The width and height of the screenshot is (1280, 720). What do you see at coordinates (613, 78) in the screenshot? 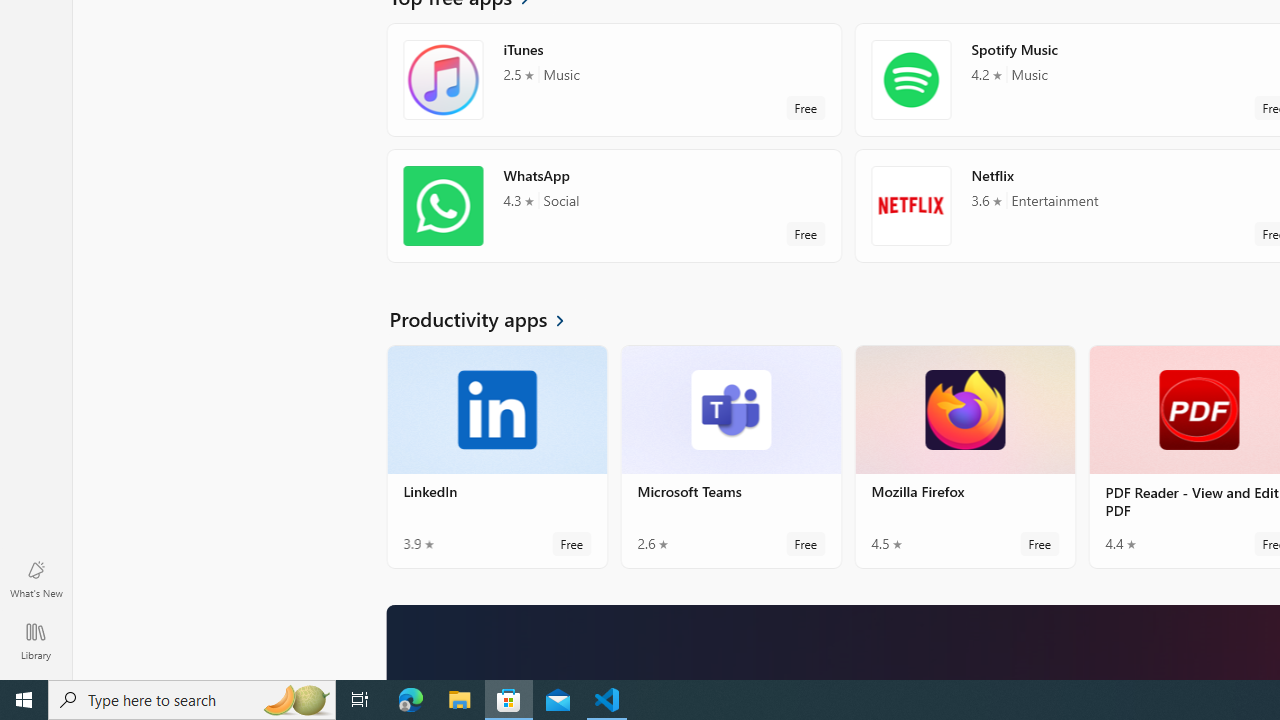
I see `'iTunes. Average rating of 2.5 out of five stars. Free  '` at bounding box center [613, 78].